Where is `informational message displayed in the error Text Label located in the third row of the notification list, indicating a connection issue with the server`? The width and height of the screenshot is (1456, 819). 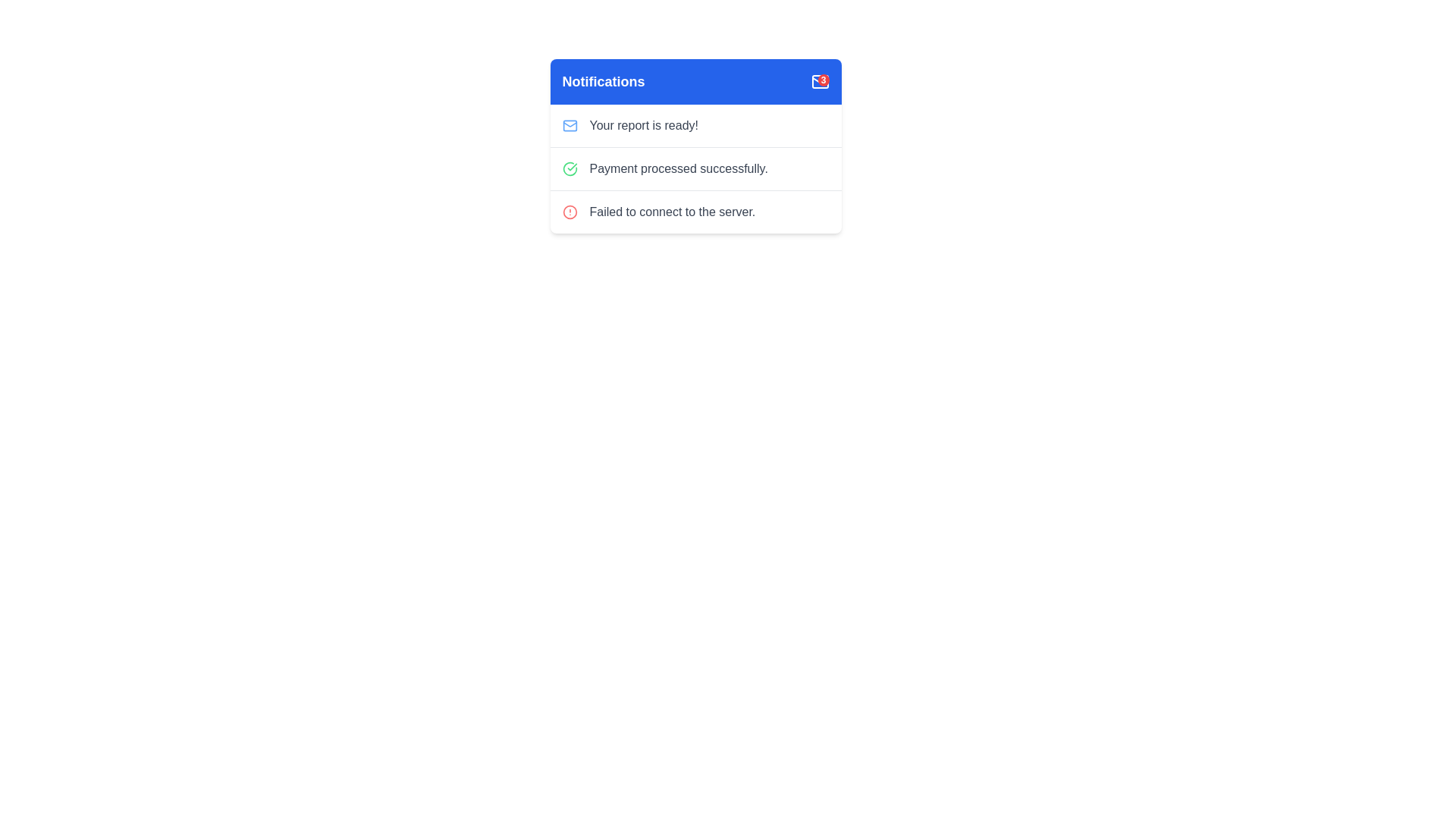 informational message displayed in the error Text Label located in the third row of the notification list, indicating a connection issue with the server is located at coordinates (671, 212).